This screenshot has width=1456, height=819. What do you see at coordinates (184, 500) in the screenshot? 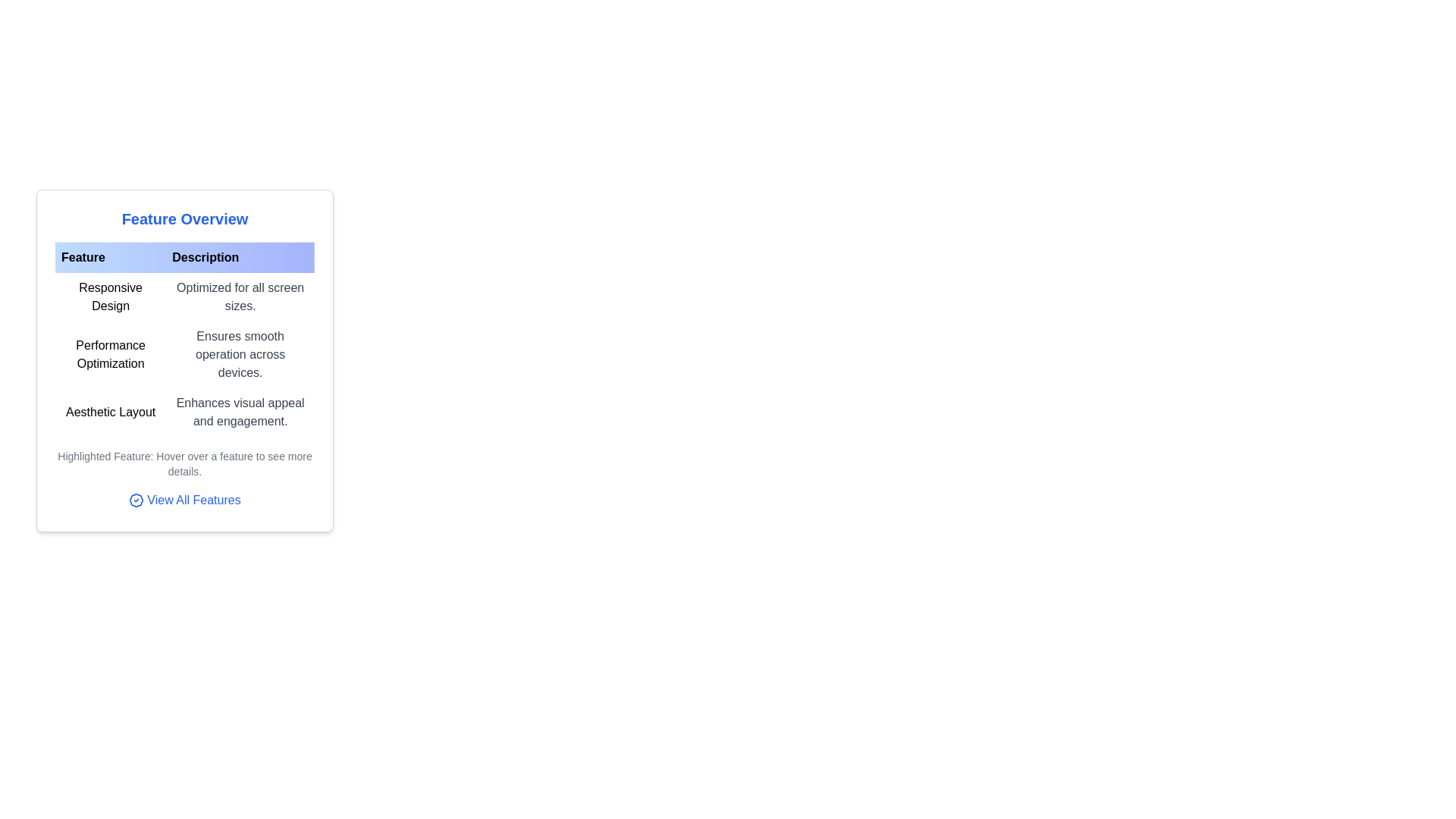
I see `the hyperlink styled in blue with the text 'View All Features' that has a check mark icon to its left, located at the bottom of a centered card` at bounding box center [184, 500].